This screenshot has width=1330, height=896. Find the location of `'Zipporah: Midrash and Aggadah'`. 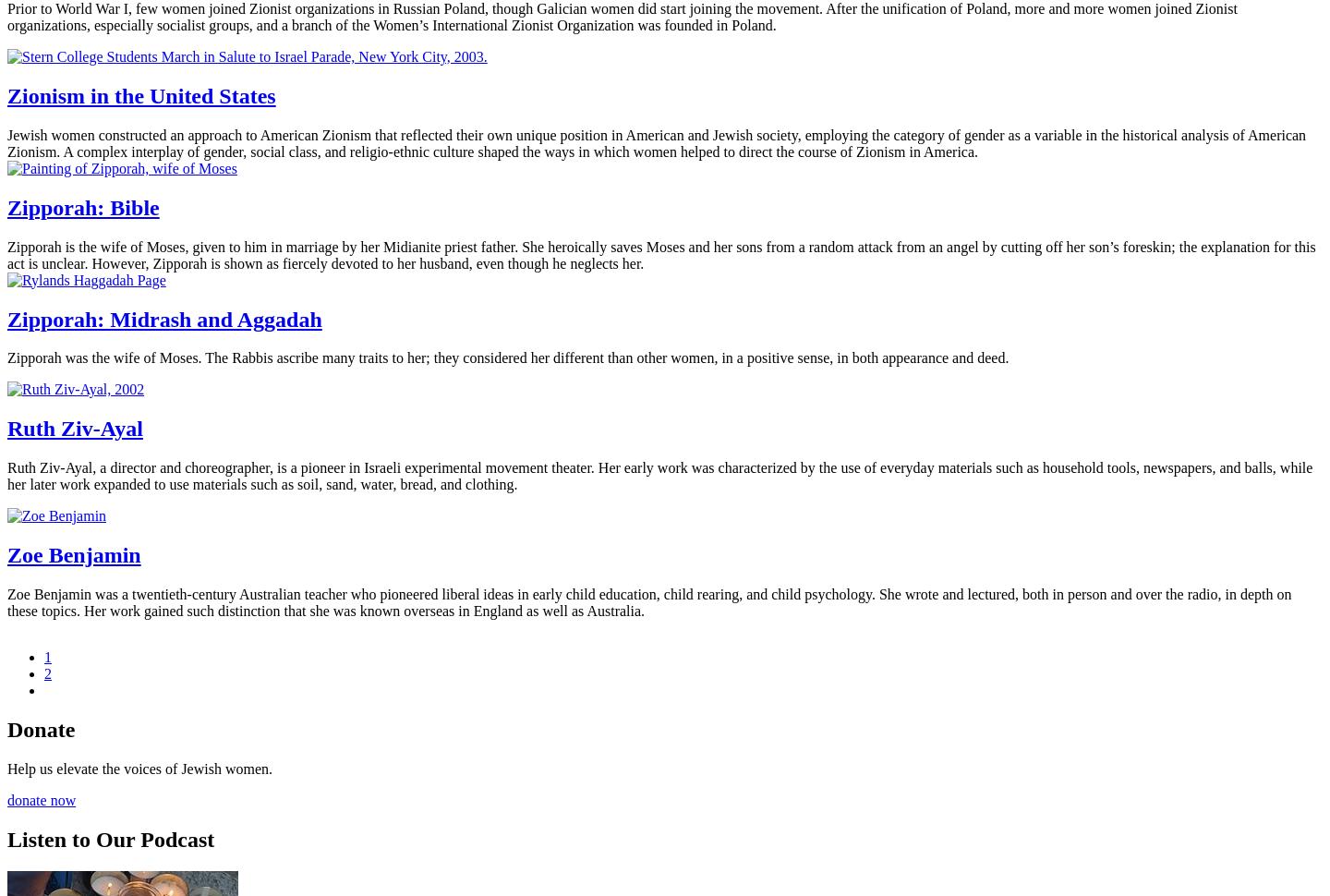

'Zipporah: Midrash and Aggadah' is located at coordinates (6, 318).